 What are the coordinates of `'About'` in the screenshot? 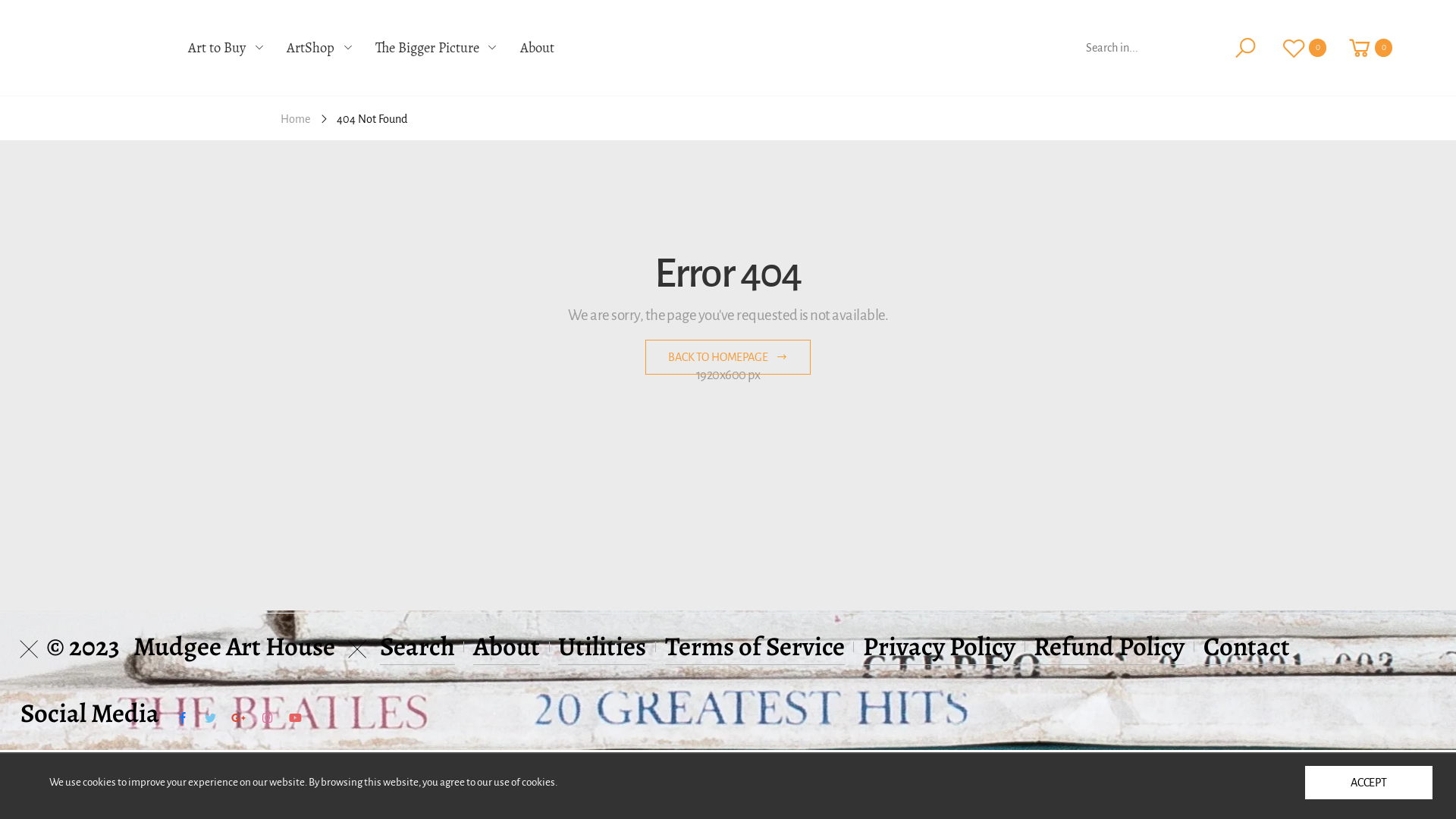 It's located at (472, 646).